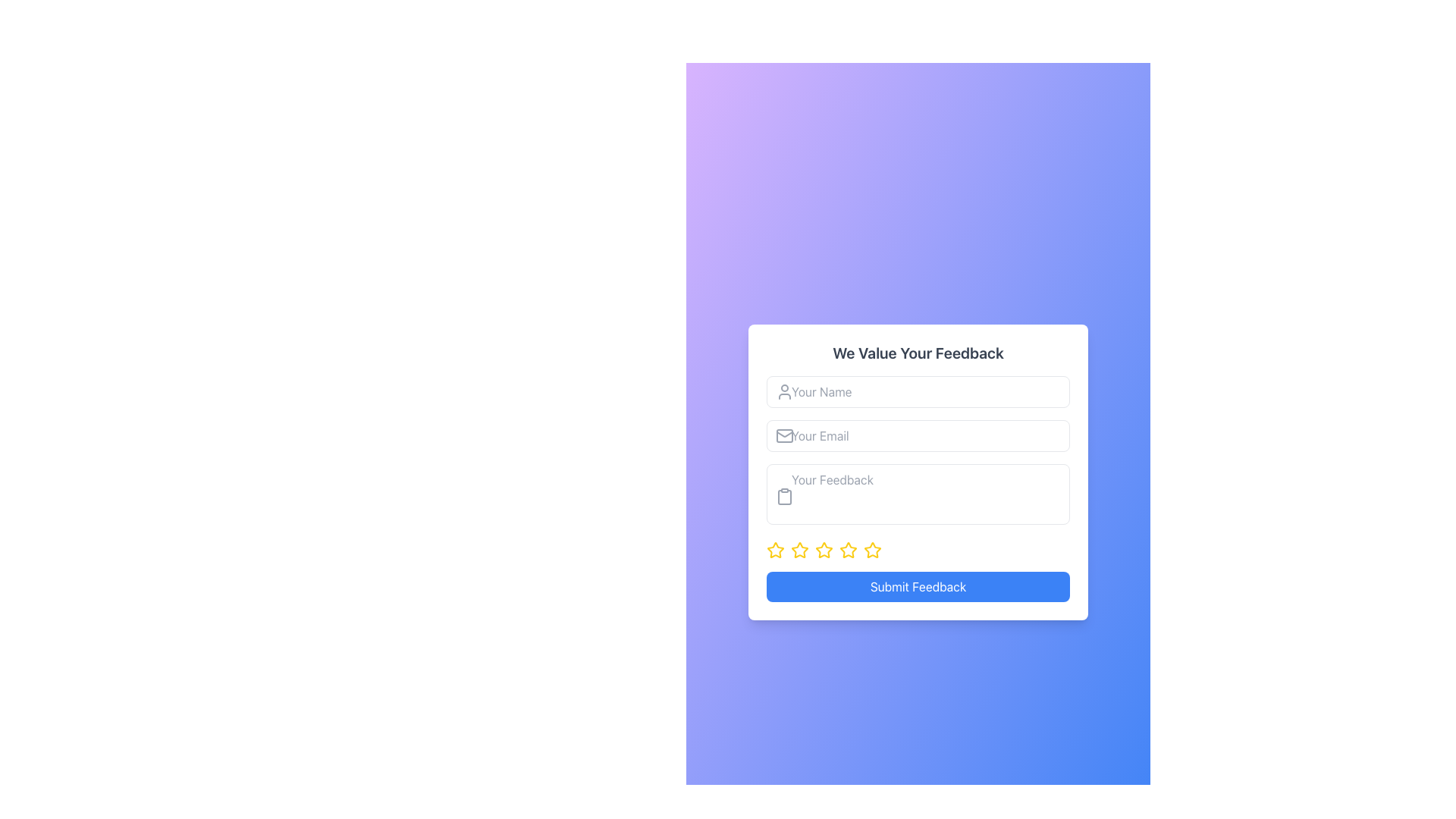 Image resolution: width=1456 pixels, height=819 pixels. What do you see at coordinates (847, 550) in the screenshot?
I see `the sixth star icon in the horizontal group of nine star icons to set a rating on the feedback form card` at bounding box center [847, 550].